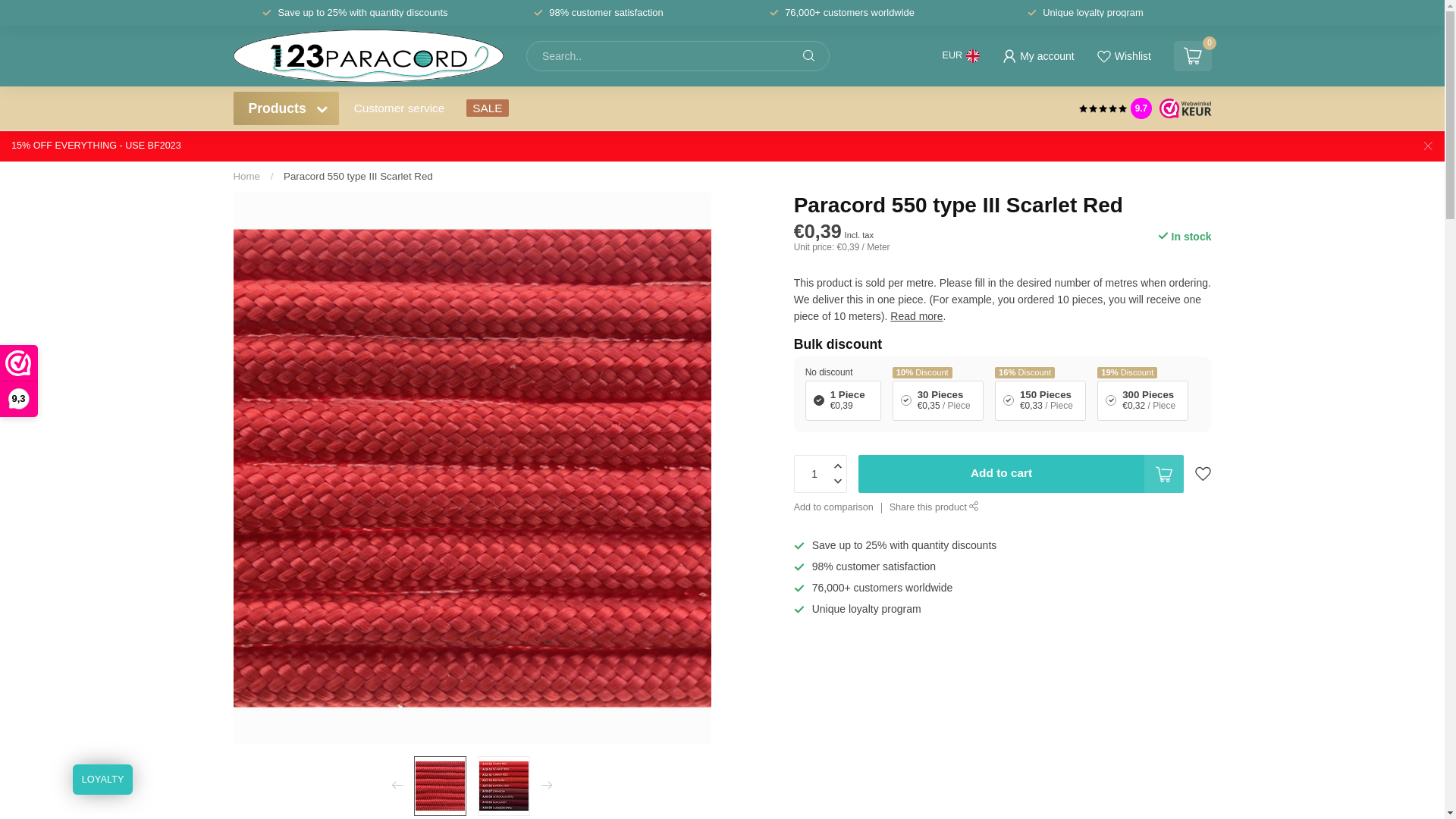 The width and height of the screenshot is (1456, 819). I want to click on '9,3', so click(0, 380).